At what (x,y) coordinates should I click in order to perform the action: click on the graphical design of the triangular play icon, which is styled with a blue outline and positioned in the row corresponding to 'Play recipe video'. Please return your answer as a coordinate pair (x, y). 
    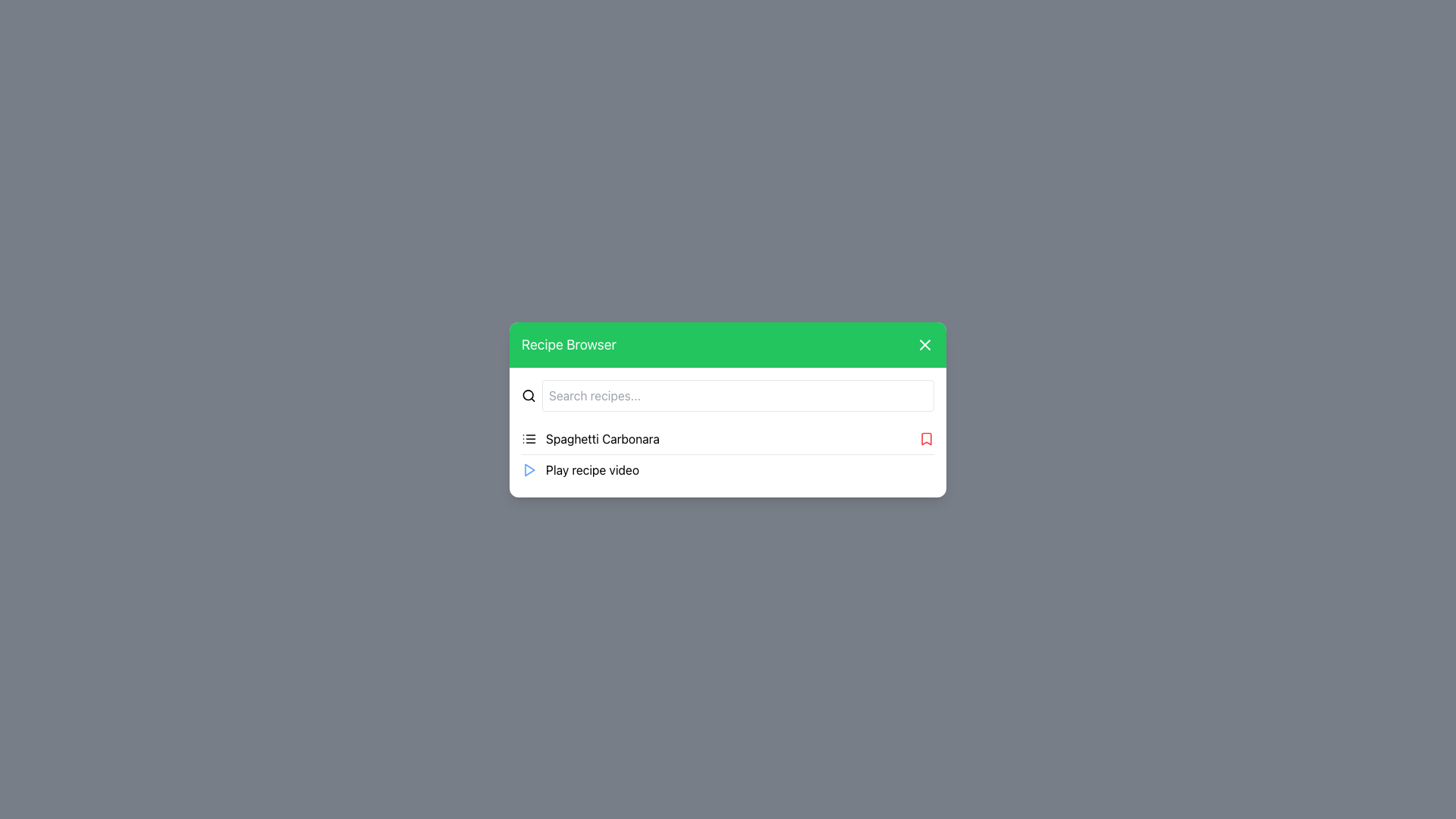
    Looking at the image, I should click on (529, 469).